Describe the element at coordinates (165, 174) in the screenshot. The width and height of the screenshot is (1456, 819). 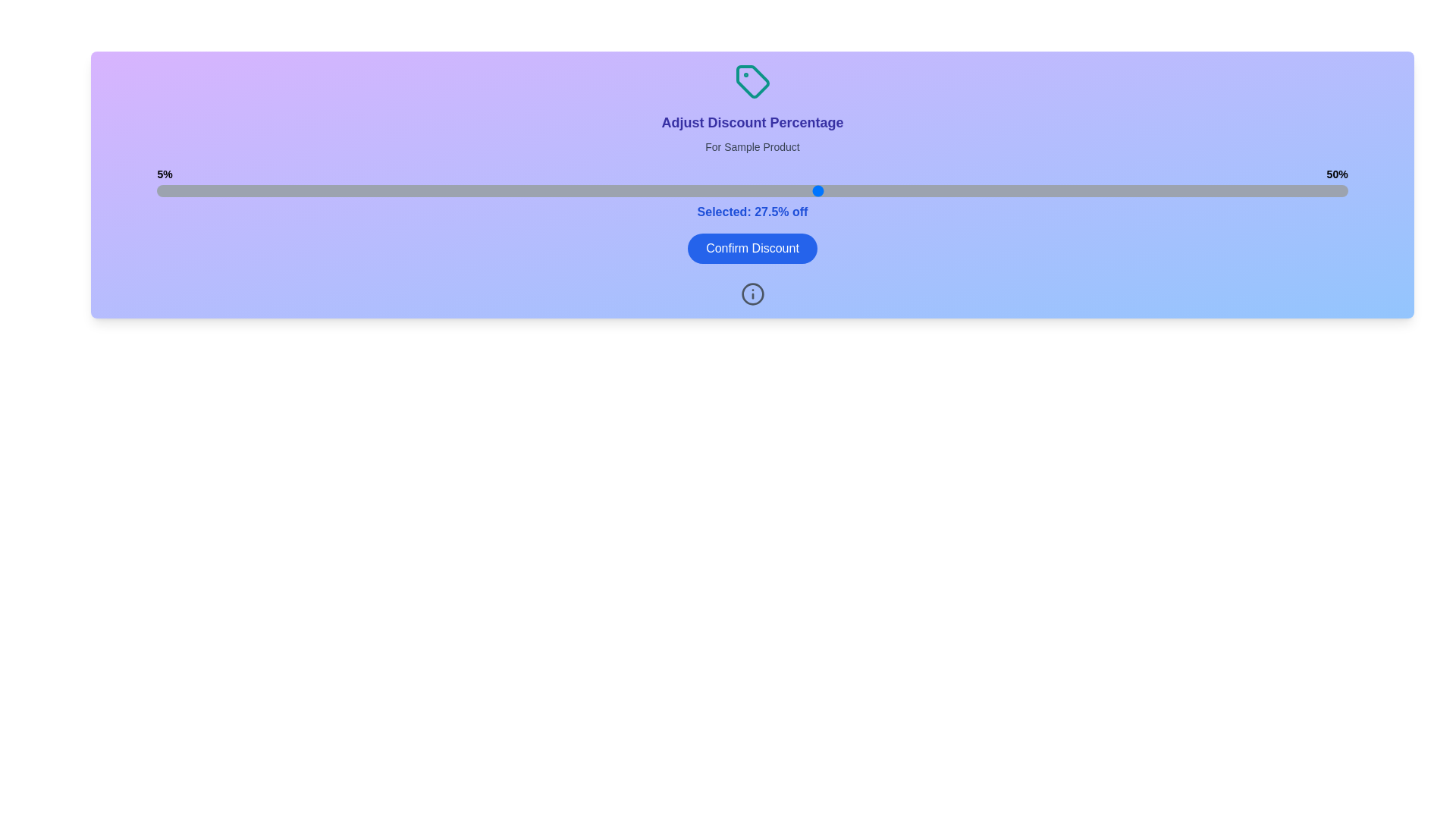
I see `the static label displaying '5%' which is positioned at the far-left end of the slider bar, serving as the starting percentage indicator` at that location.